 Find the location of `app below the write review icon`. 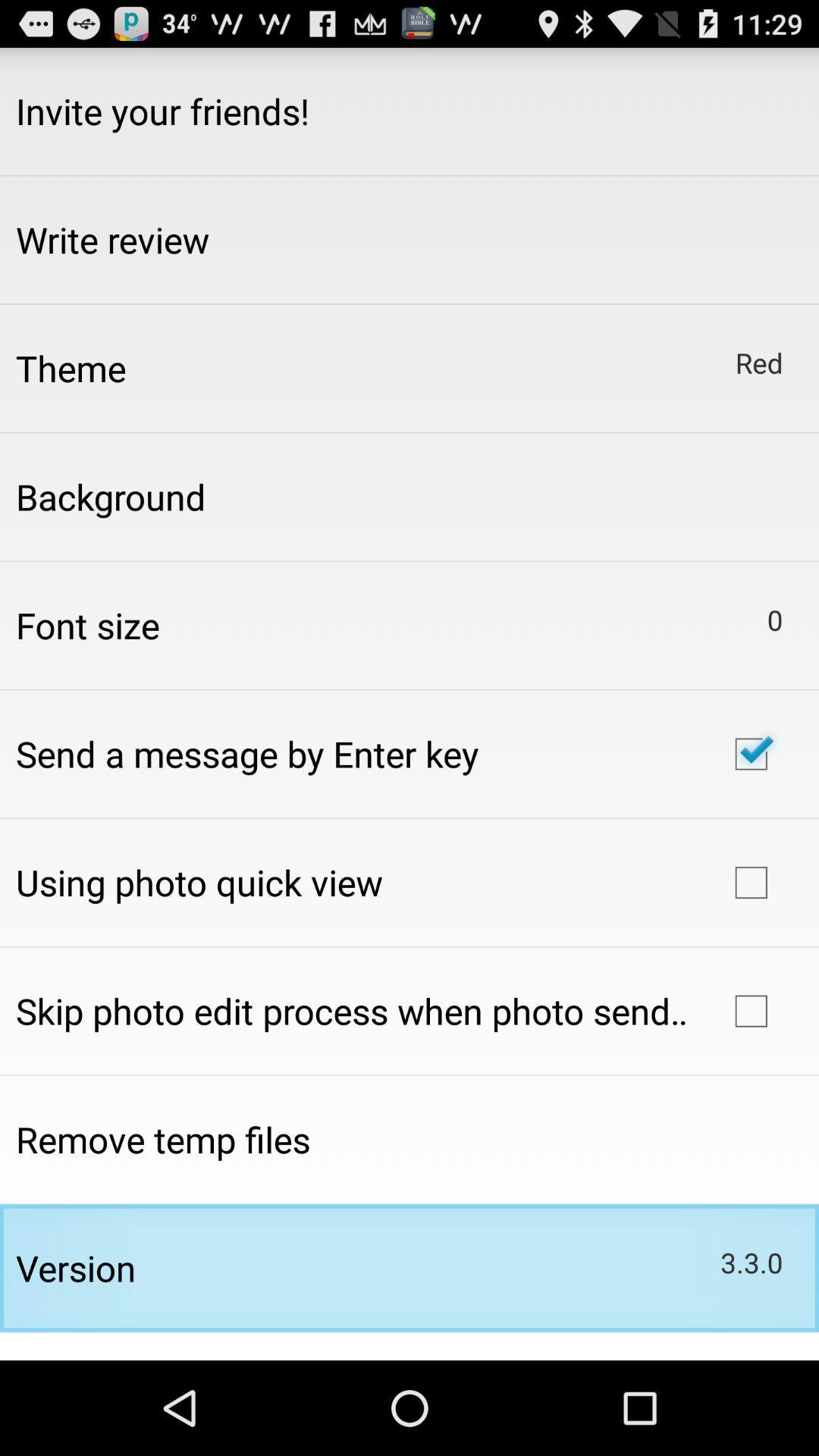

app below the write review icon is located at coordinates (71, 368).